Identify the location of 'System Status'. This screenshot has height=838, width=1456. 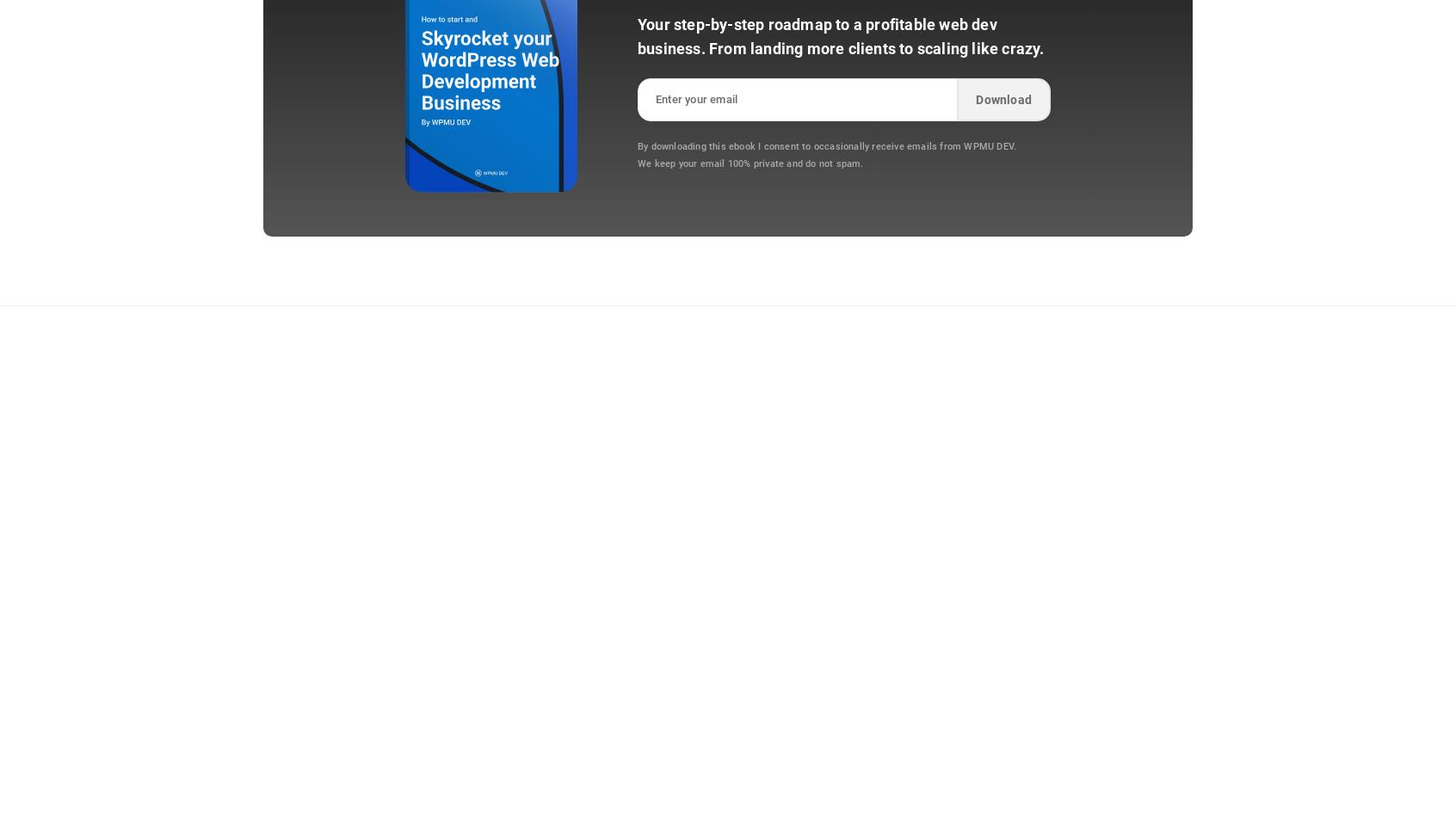
(1109, 539).